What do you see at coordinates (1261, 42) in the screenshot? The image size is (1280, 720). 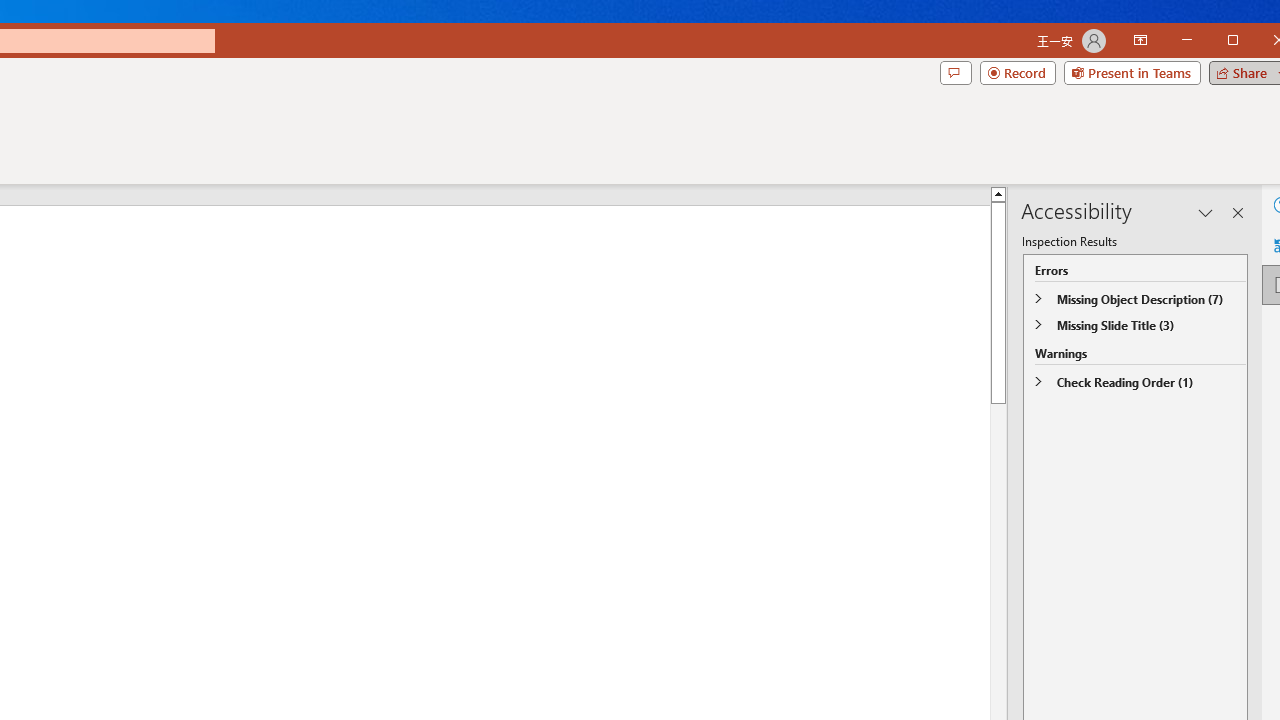 I see `'Maximize'` at bounding box center [1261, 42].